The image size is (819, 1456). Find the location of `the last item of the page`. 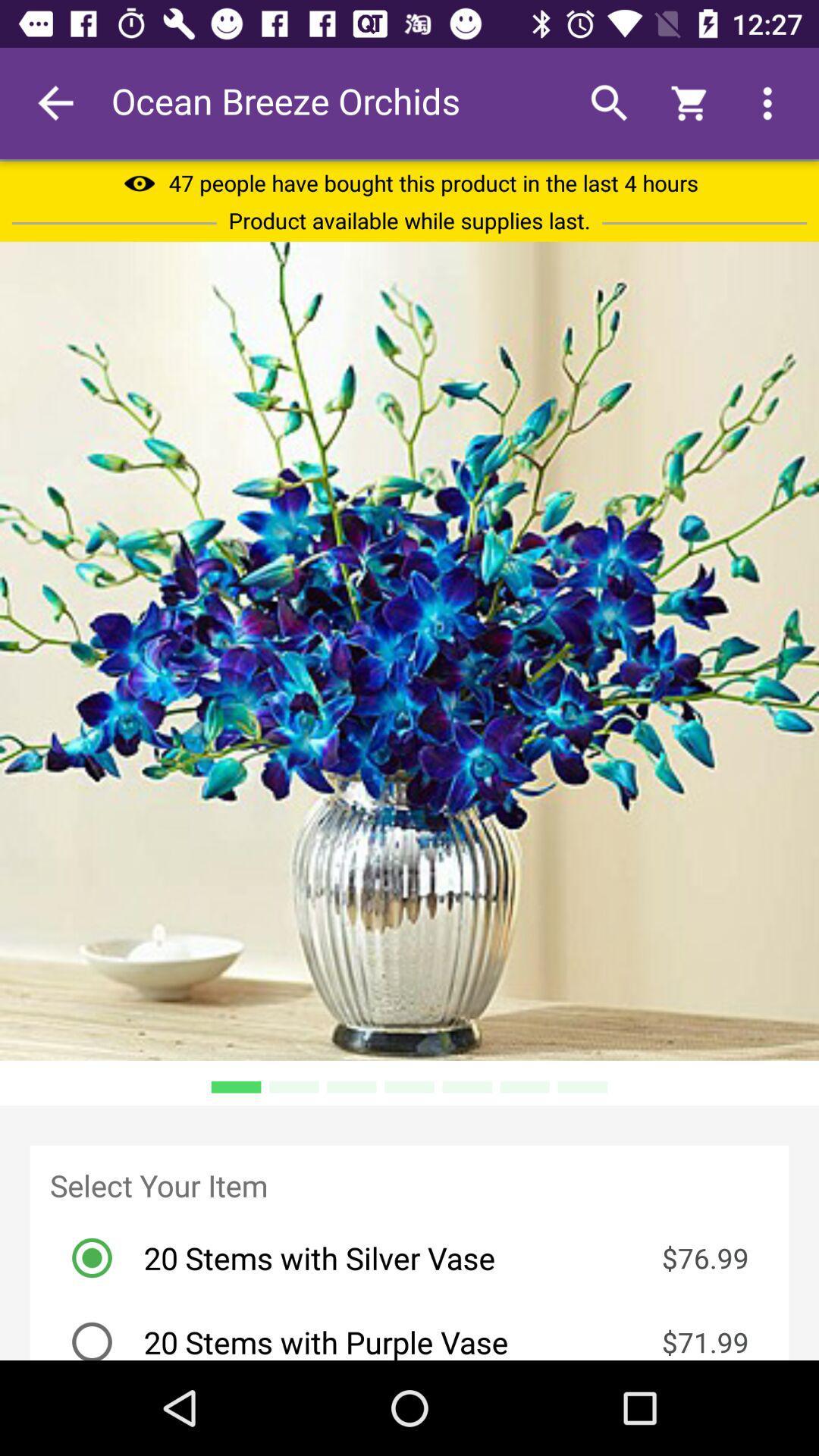

the last item of the page is located at coordinates (419, 1329).